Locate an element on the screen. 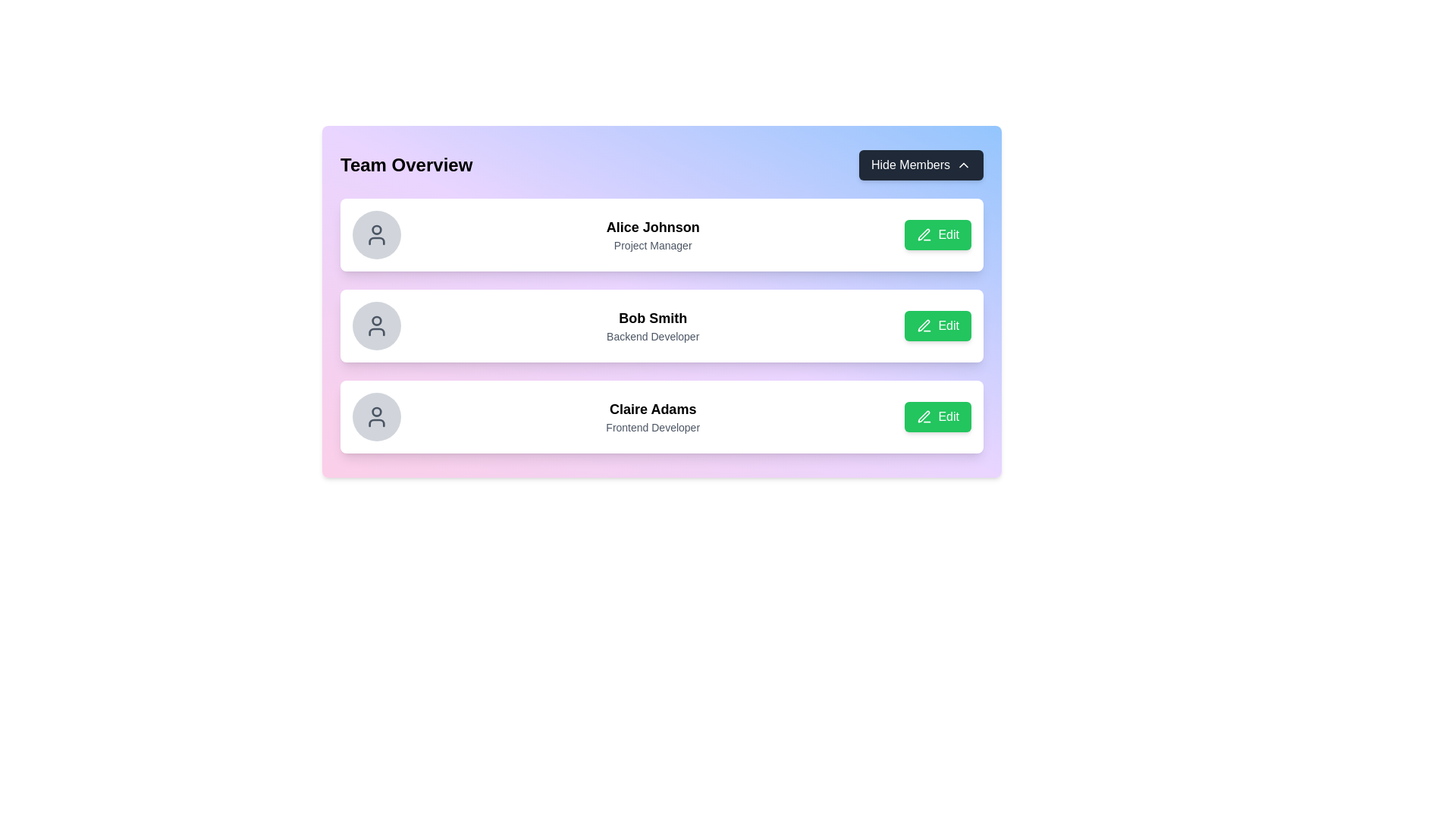  the user profile icon for 'Alice Johnson', which is located in the first row of the list and is centered in a circular light gray background is located at coordinates (377, 234).